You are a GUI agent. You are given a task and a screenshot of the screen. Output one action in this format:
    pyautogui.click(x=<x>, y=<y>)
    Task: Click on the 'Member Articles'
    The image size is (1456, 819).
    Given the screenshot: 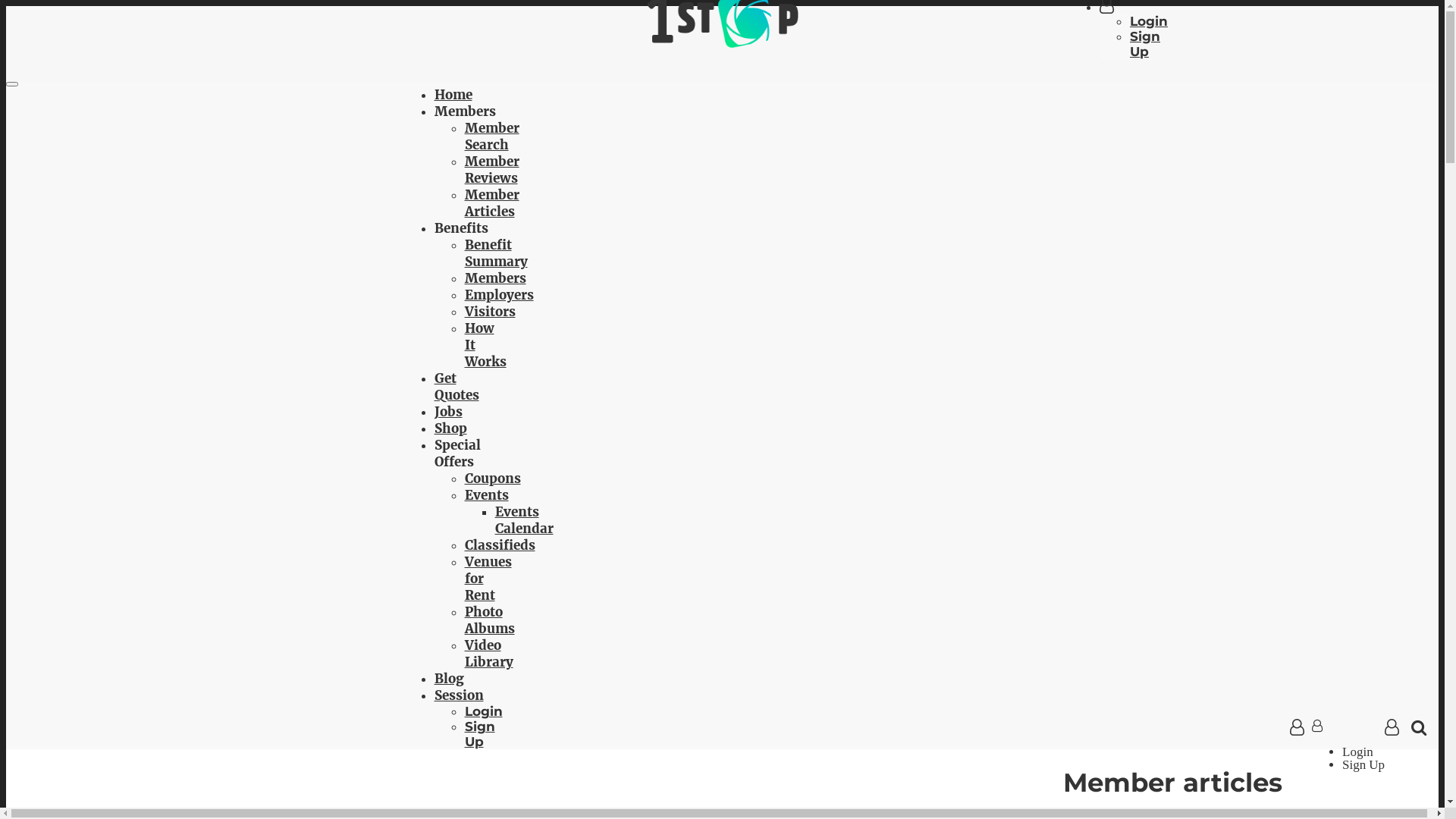 What is the action you would take?
    pyautogui.click(x=491, y=202)
    